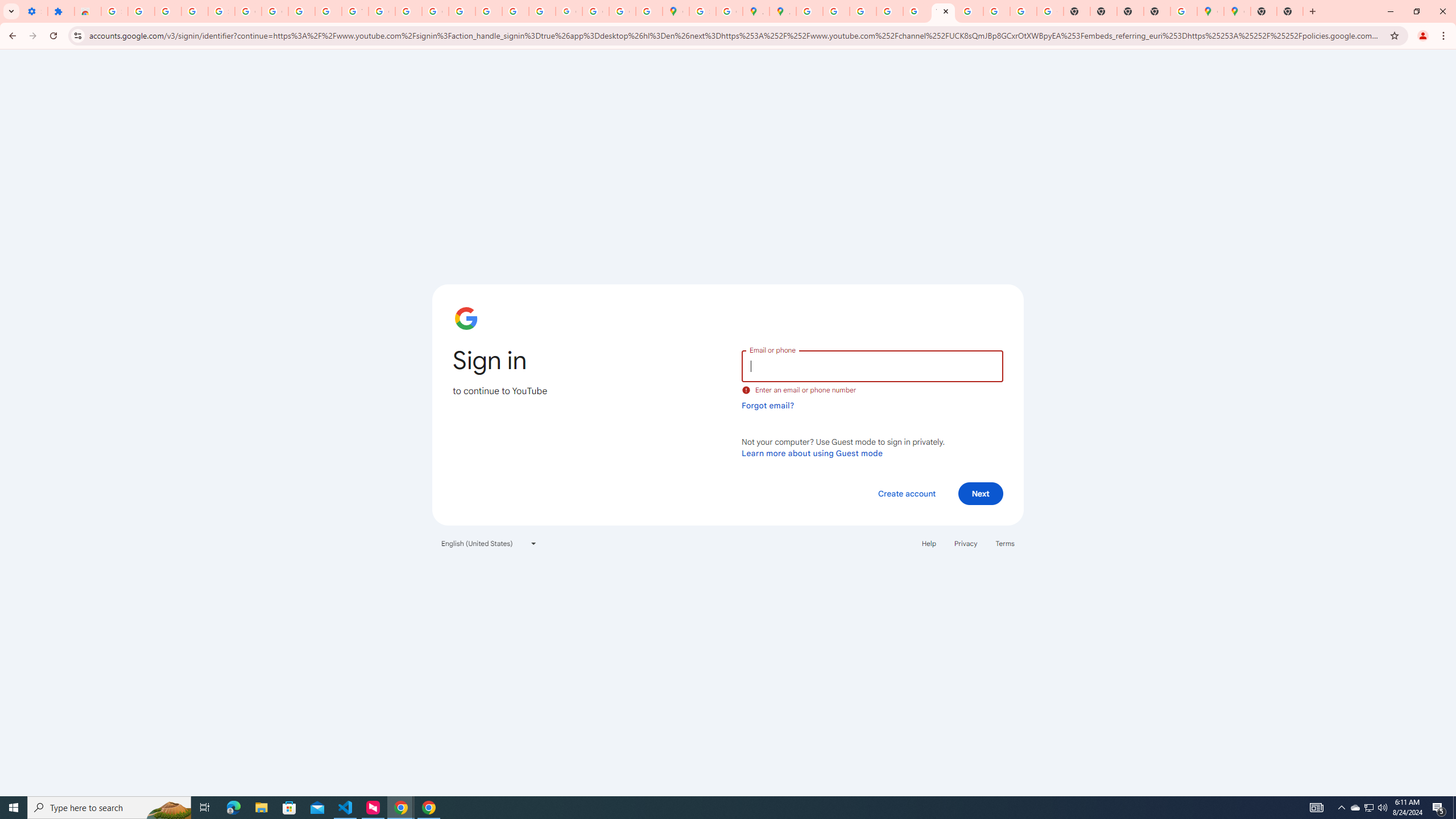 This screenshot has height=819, width=1456. Describe the element at coordinates (871, 365) in the screenshot. I see `'Email or phone'` at that location.